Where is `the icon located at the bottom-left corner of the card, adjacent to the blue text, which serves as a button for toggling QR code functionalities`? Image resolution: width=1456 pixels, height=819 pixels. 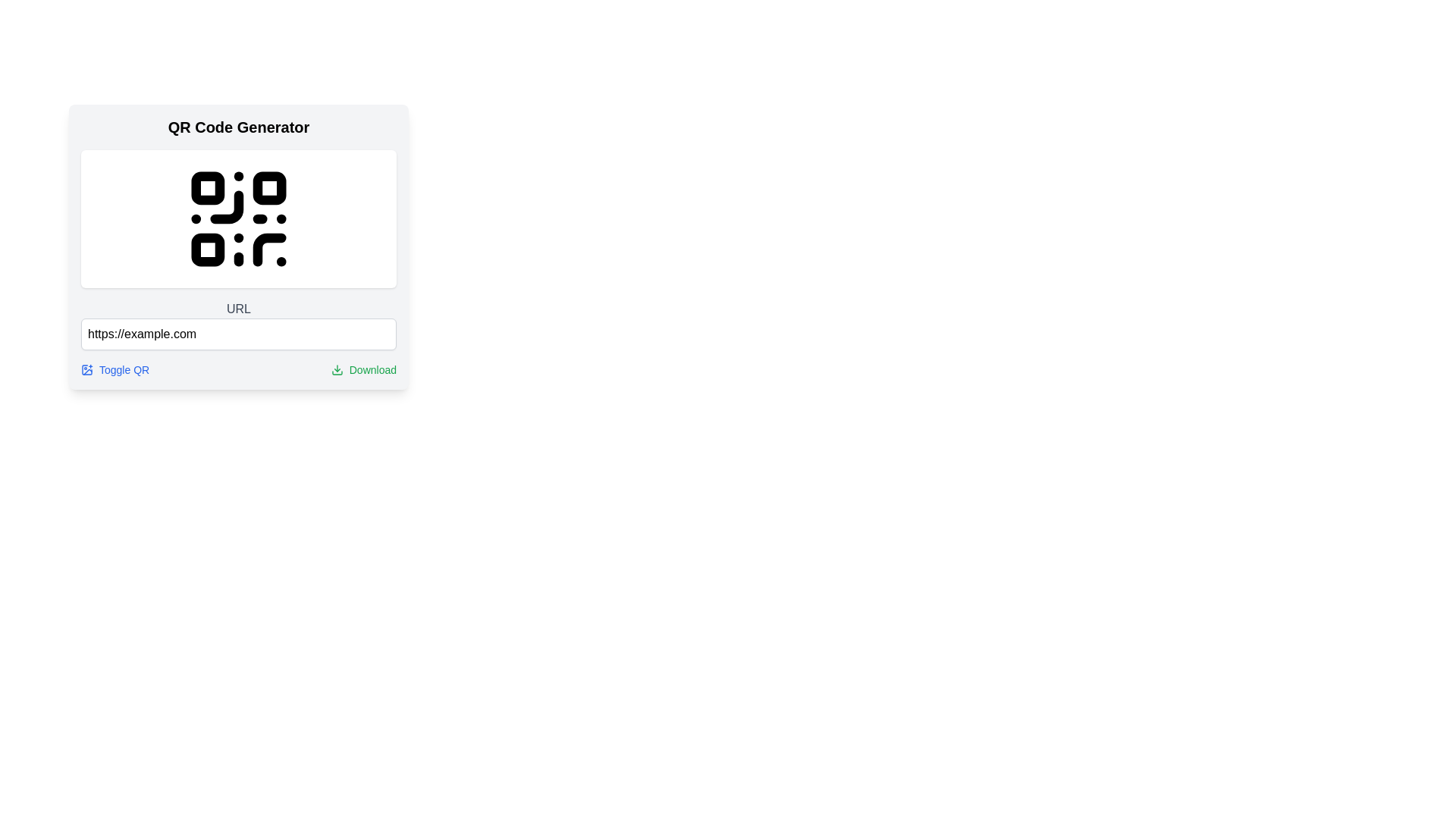
the icon located at the bottom-left corner of the card, adjacent to the blue text, which serves as a button for toggling QR code functionalities is located at coordinates (86, 370).